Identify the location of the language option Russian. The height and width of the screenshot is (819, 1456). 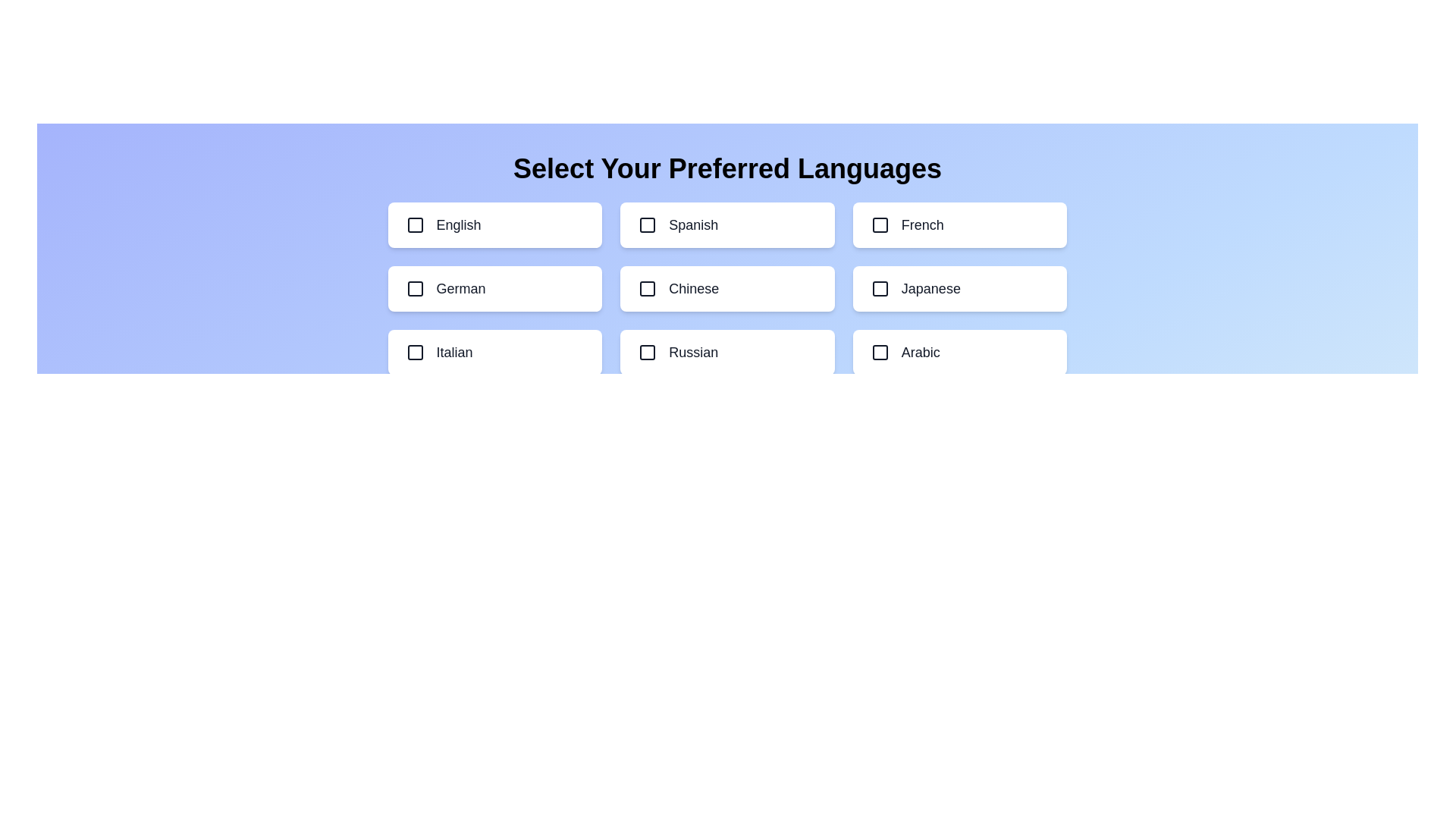
(726, 353).